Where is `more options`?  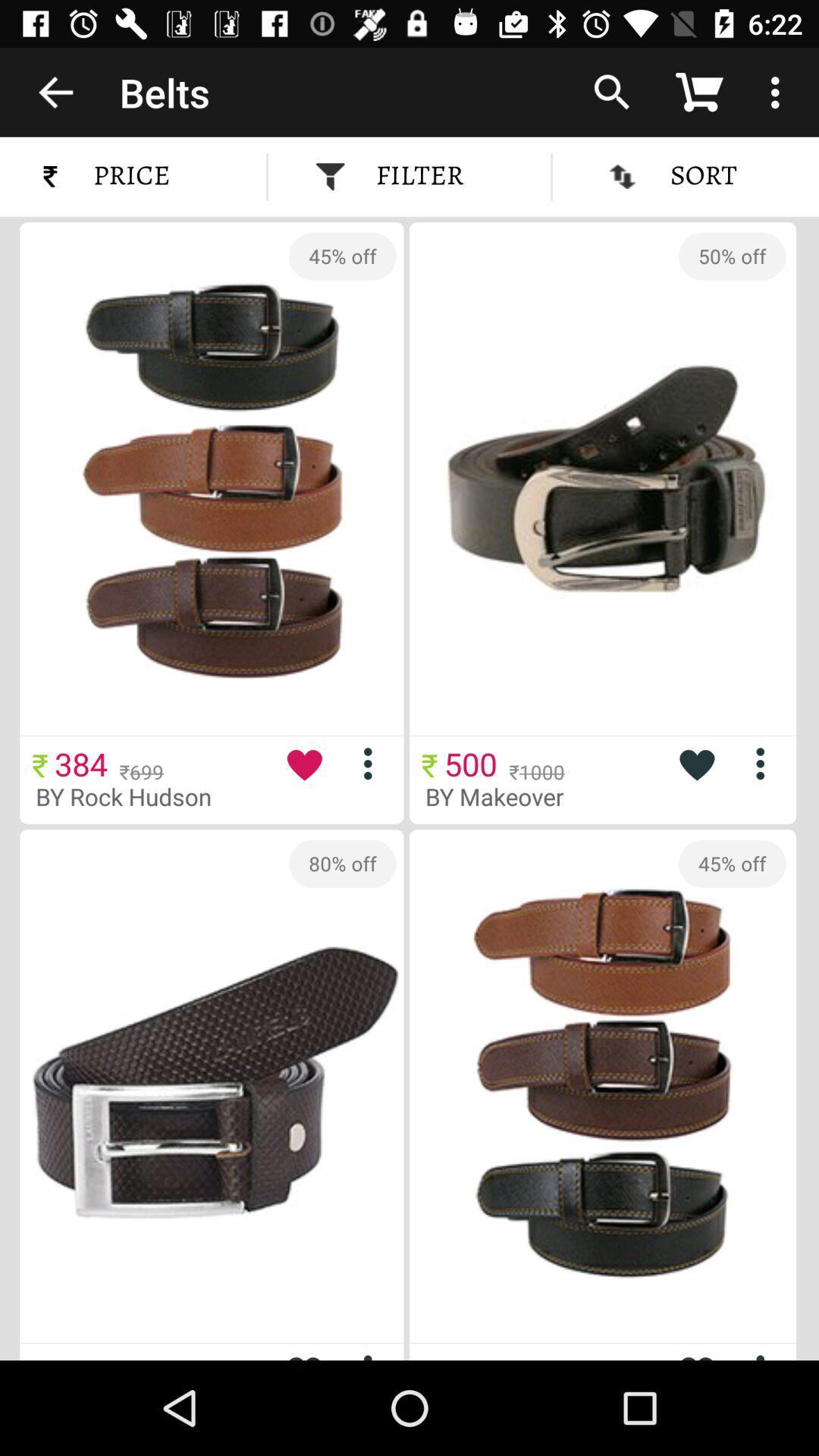
more options is located at coordinates (374, 764).